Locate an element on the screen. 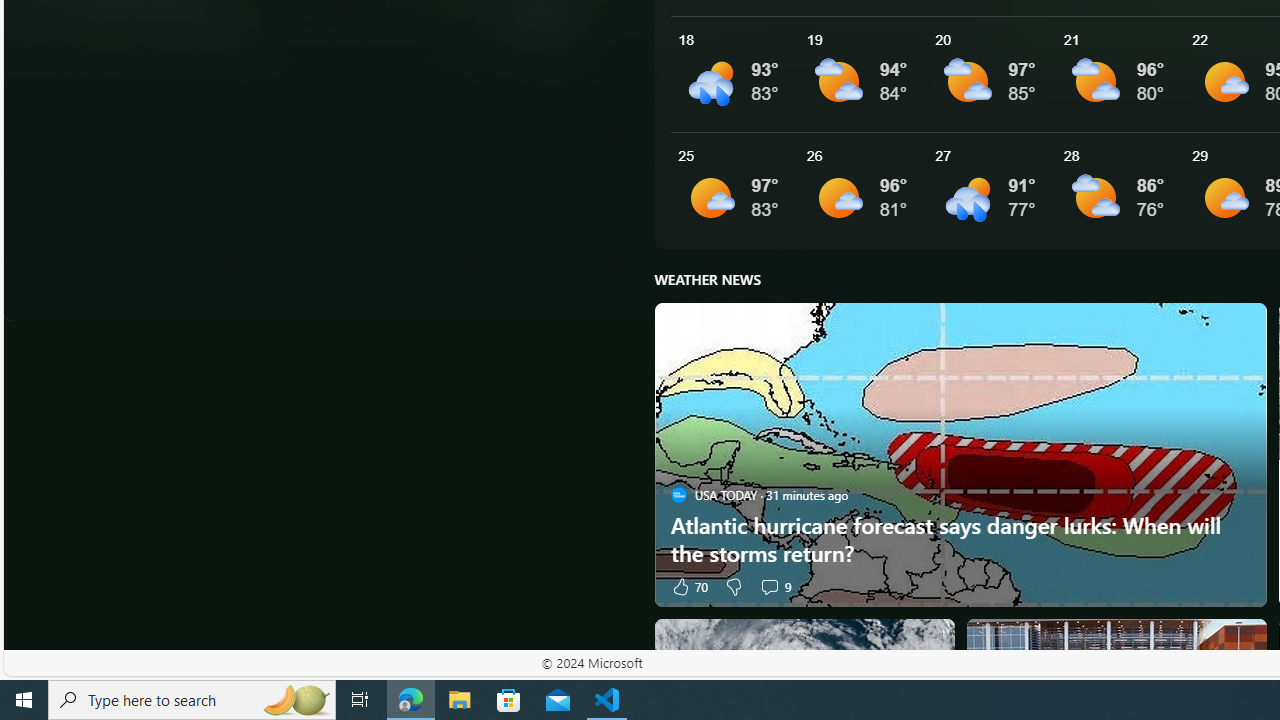 This screenshot has height=720, width=1280. 'View comments 9 Comment' is located at coordinates (768, 585).